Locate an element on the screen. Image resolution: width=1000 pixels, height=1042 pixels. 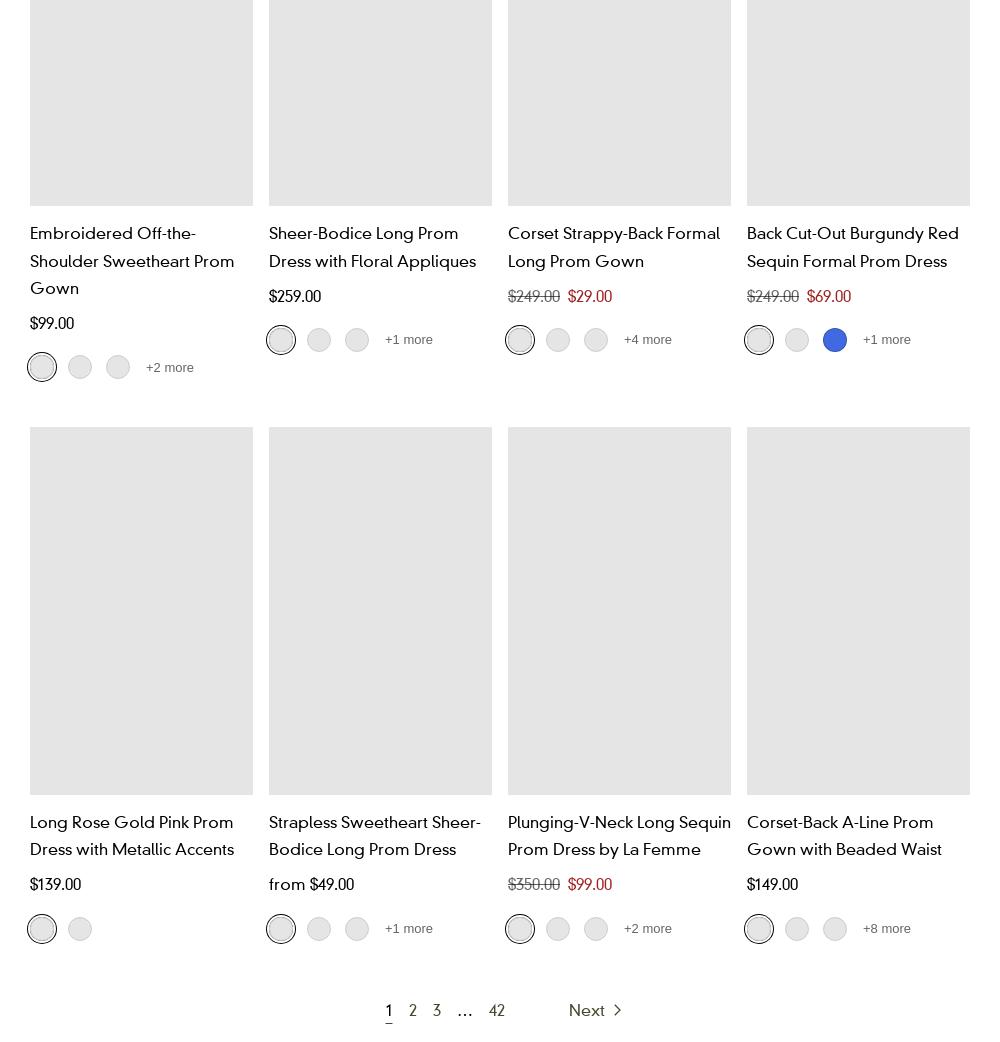
'Mauve' is located at coordinates (294, 404).